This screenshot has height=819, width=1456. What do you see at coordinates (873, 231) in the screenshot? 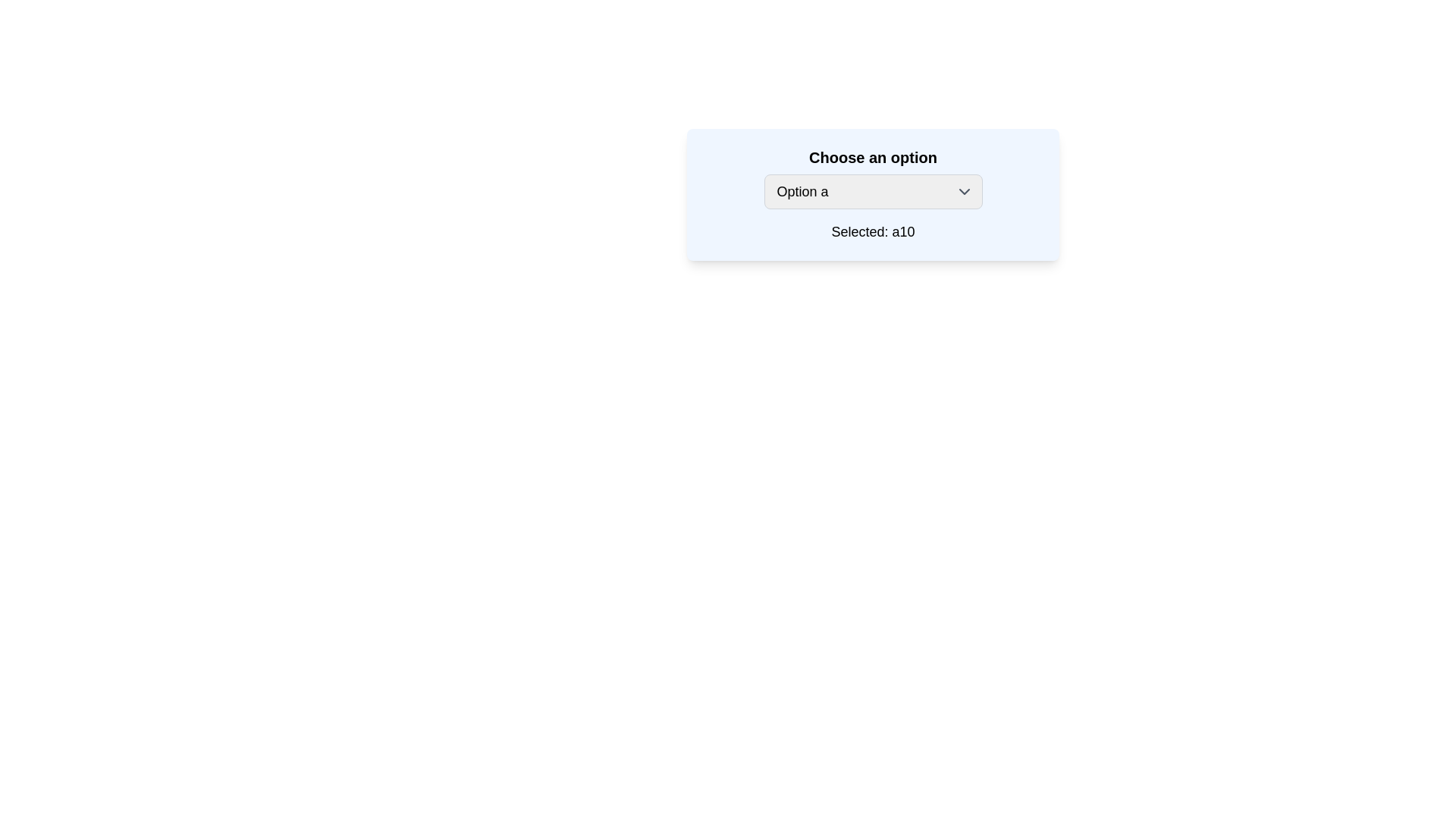
I see `the Text display element that informs users about the currently selected option 'a10', located below the dropdown menu titled 'Choose an option'` at bounding box center [873, 231].